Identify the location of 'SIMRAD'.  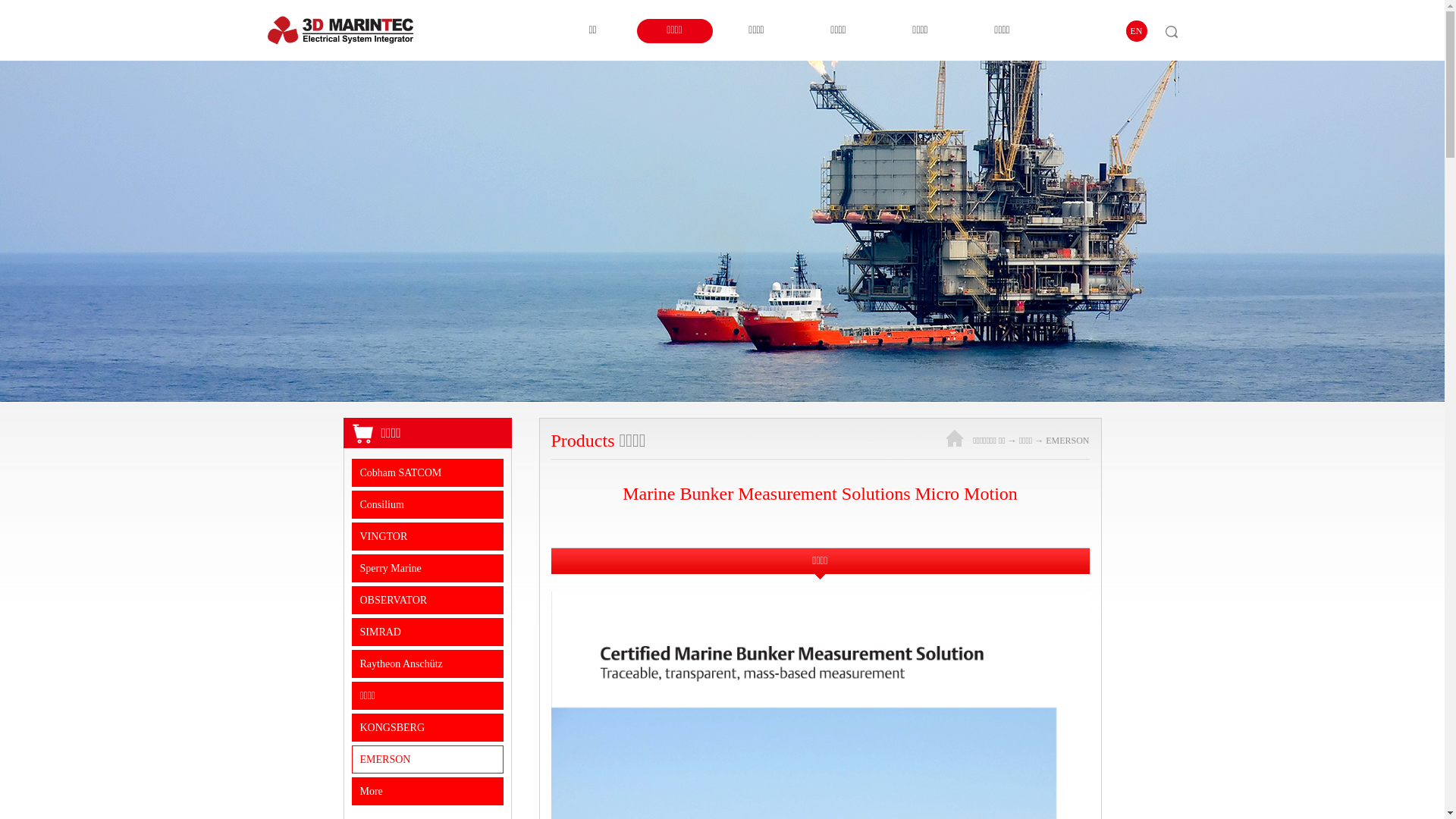
(427, 632).